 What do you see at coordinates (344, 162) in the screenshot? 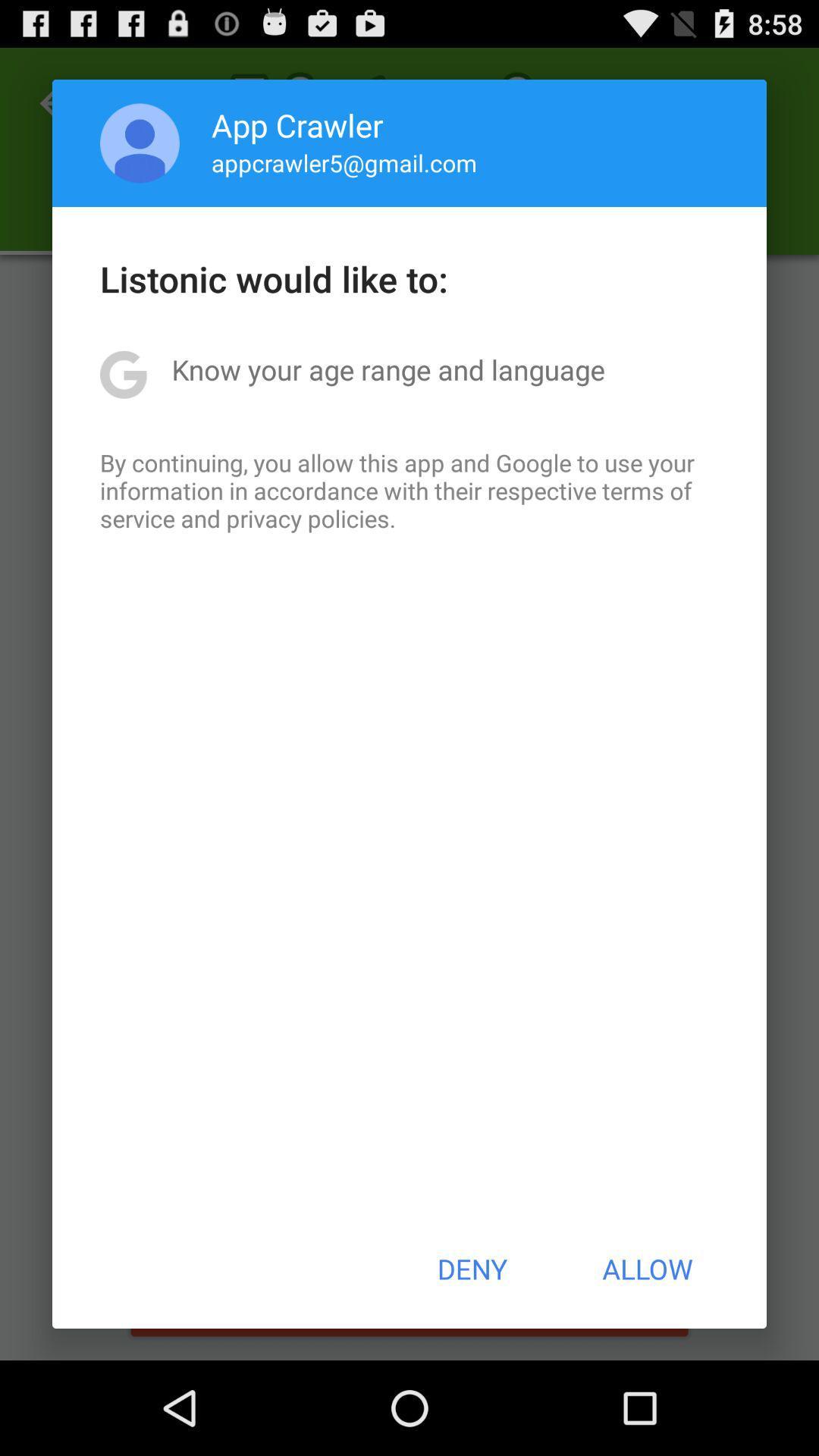
I see `the icon above listonic would like item` at bounding box center [344, 162].